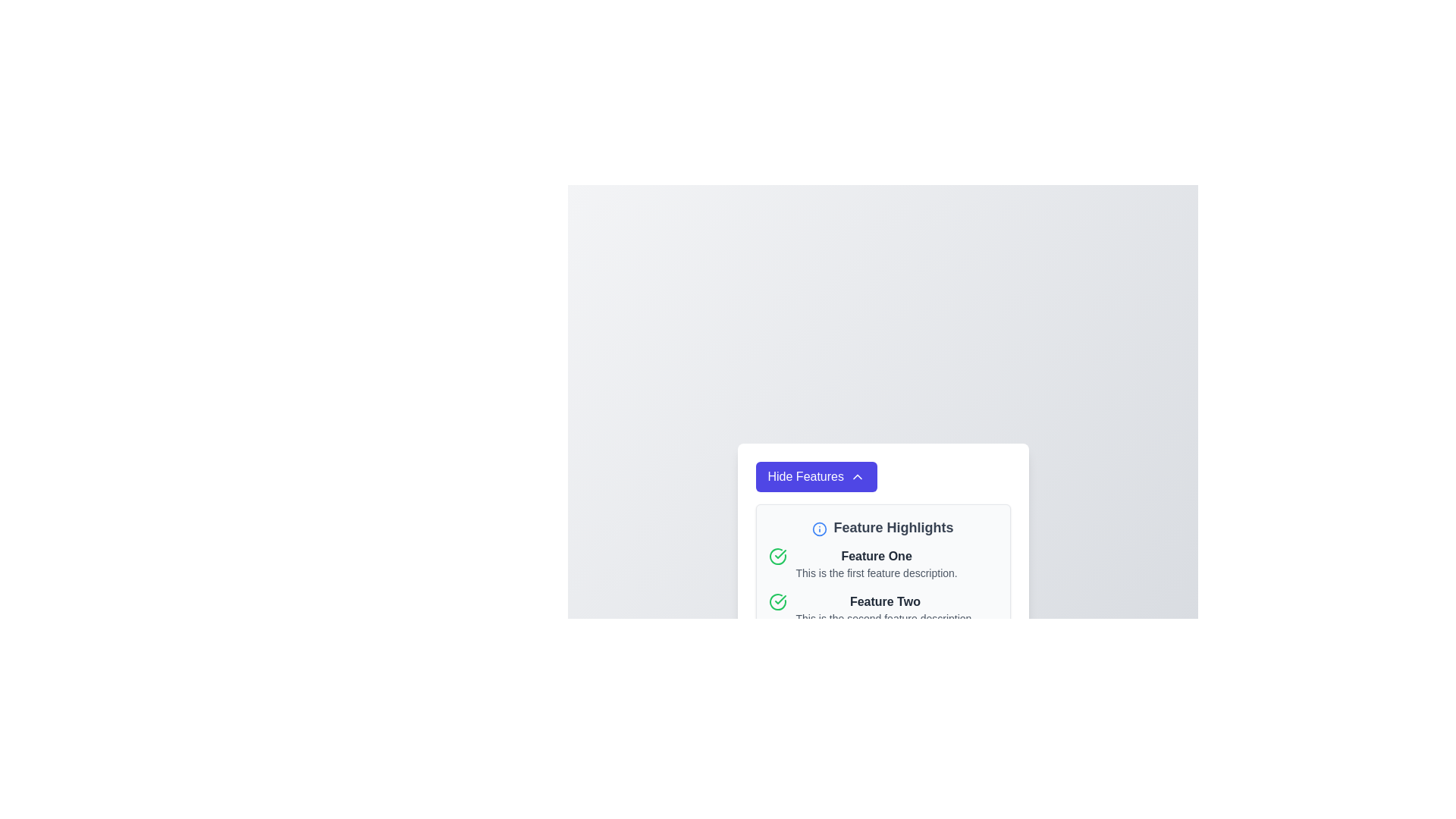 This screenshot has width=1456, height=819. What do you see at coordinates (883, 526) in the screenshot?
I see `header text label that introduces the section detailing various features, positioned below the 'Hide Features' button and aligned with other UI elements` at bounding box center [883, 526].